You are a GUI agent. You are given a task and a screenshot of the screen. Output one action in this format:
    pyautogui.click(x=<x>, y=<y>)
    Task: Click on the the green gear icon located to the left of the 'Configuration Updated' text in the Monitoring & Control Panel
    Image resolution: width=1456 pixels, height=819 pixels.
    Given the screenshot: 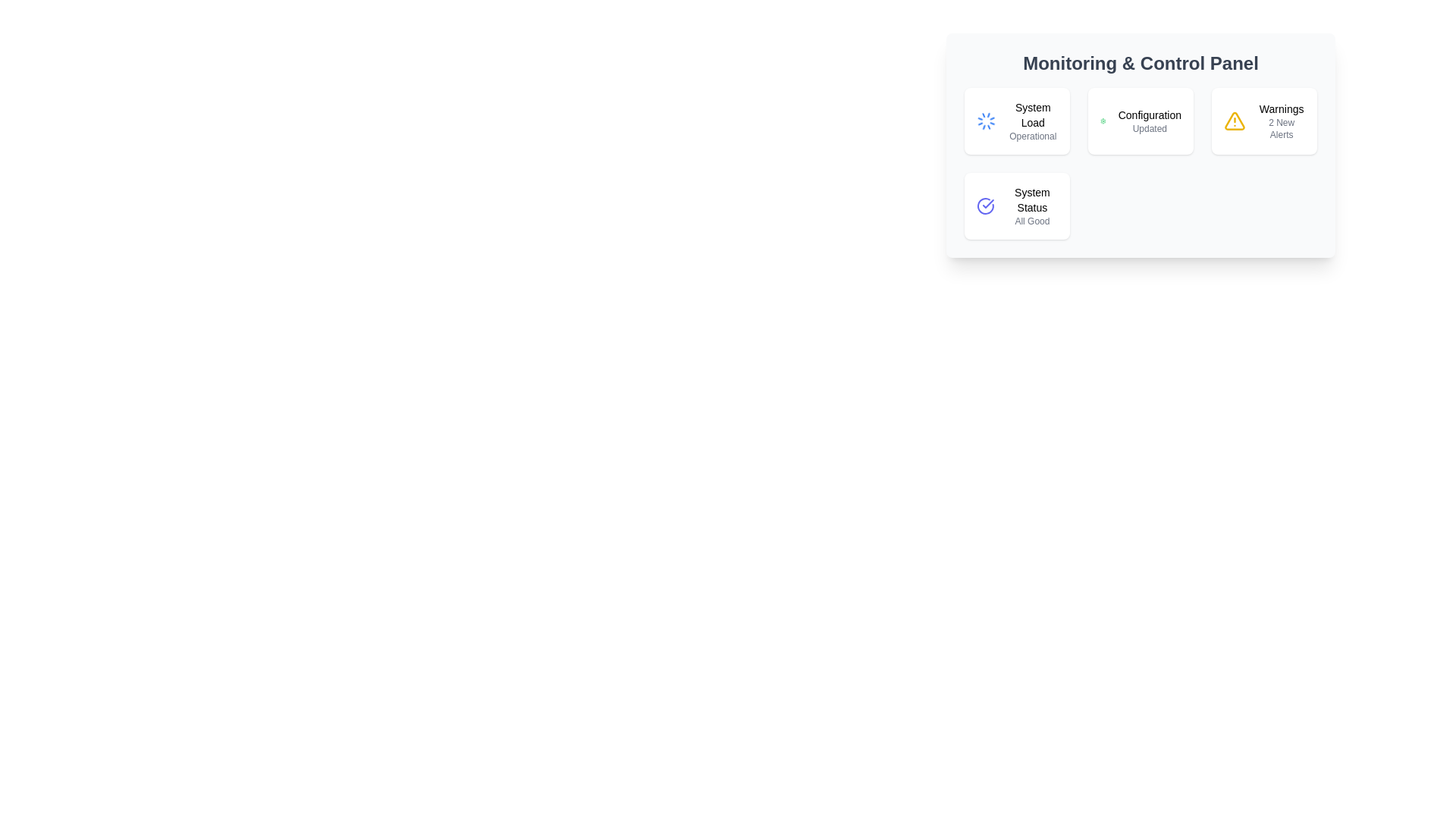 What is the action you would take?
    pyautogui.click(x=1103, y=120)
    